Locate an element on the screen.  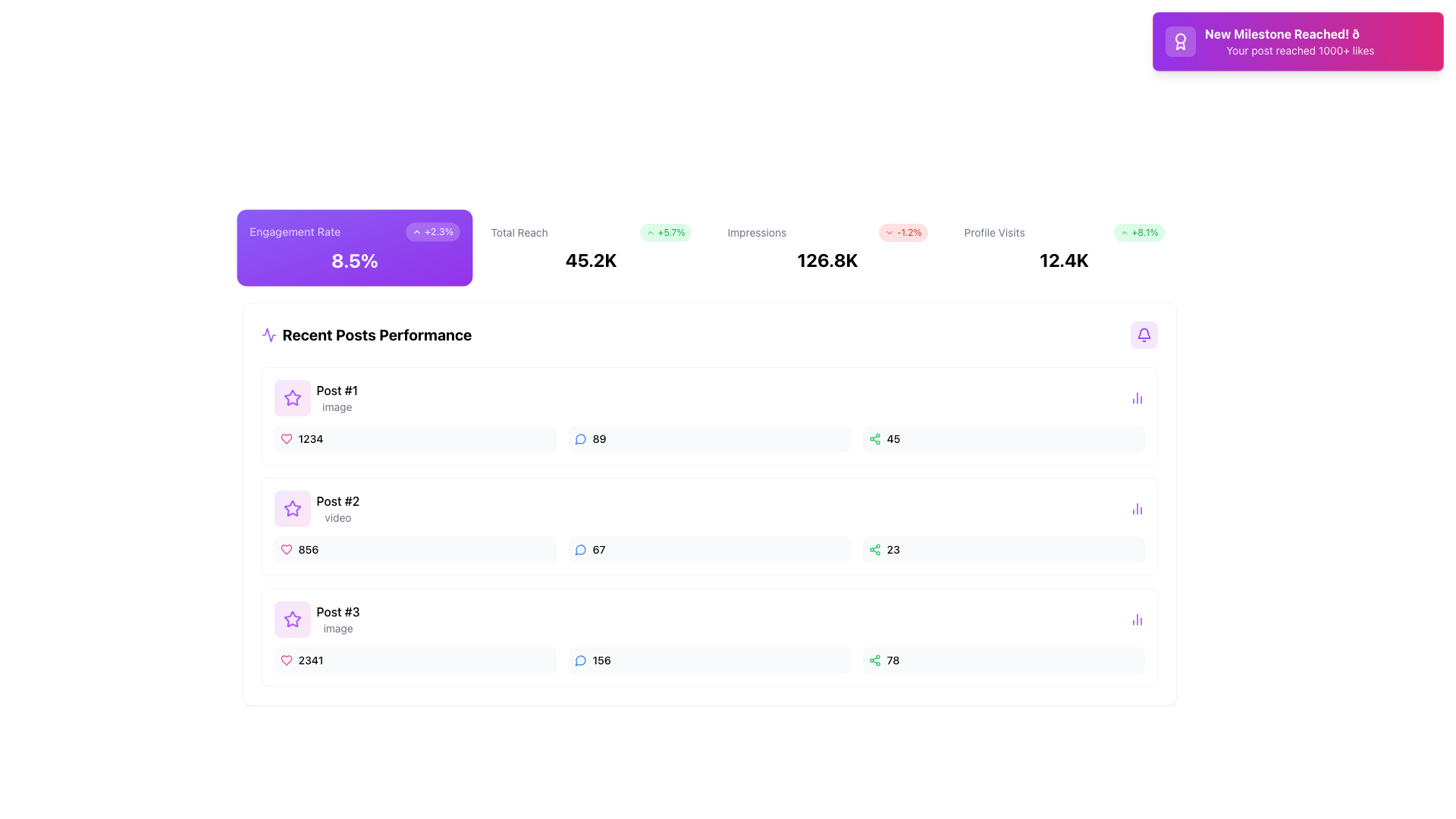
the static text displaying the bold number '67' located to the right of the blue chat bubble icon in the 'Recent Posts Performance' section, specifically in the row for 'Post #2.' is located at coordinates (598, 550).